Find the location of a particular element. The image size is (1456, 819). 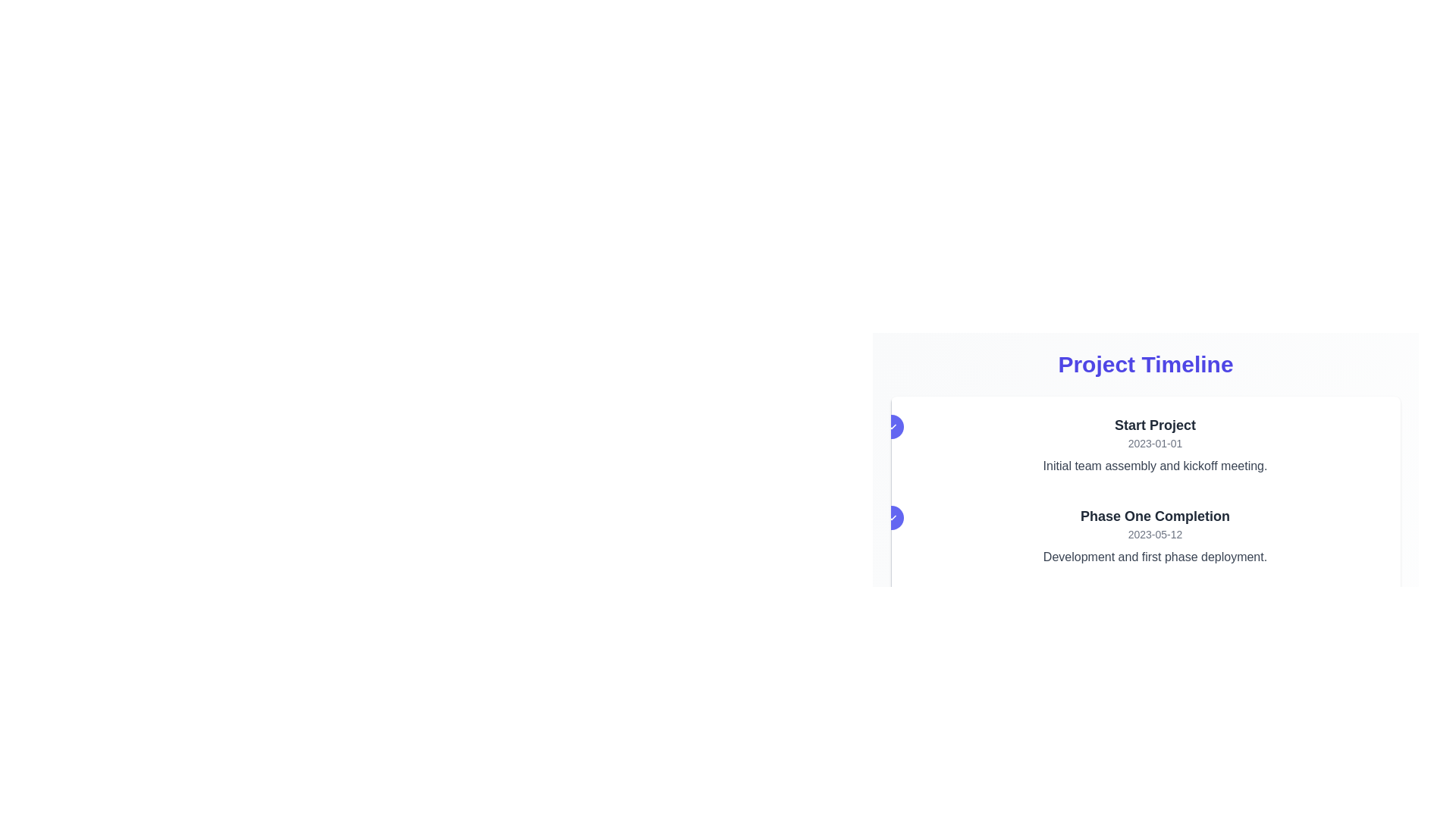

the downward-pointing chevron arrow icon with a white color inside a blue-indigo circular button located in the top-left of the 'Project Timeline' panel is located at coordinates (892, 427).